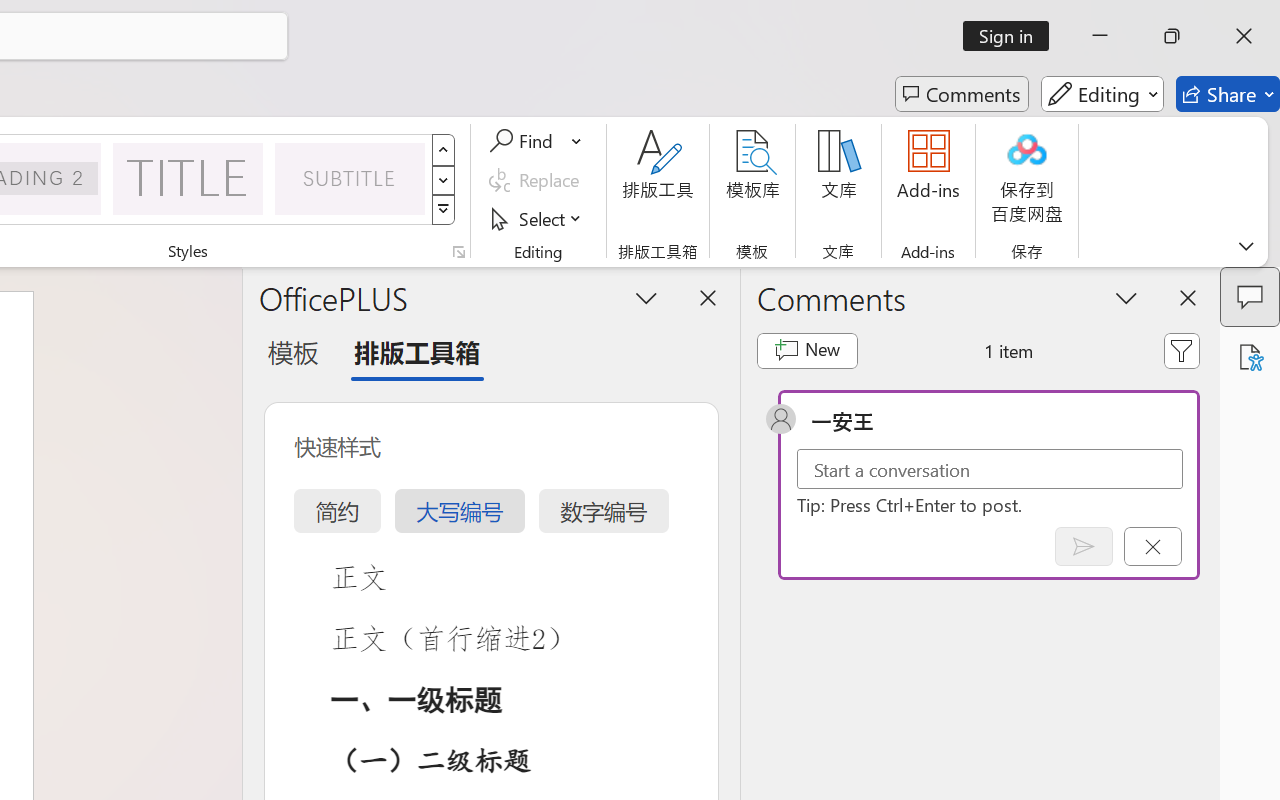  I want to click on 'Post comment (Ctrl + Enter)', so click(1083, 546).